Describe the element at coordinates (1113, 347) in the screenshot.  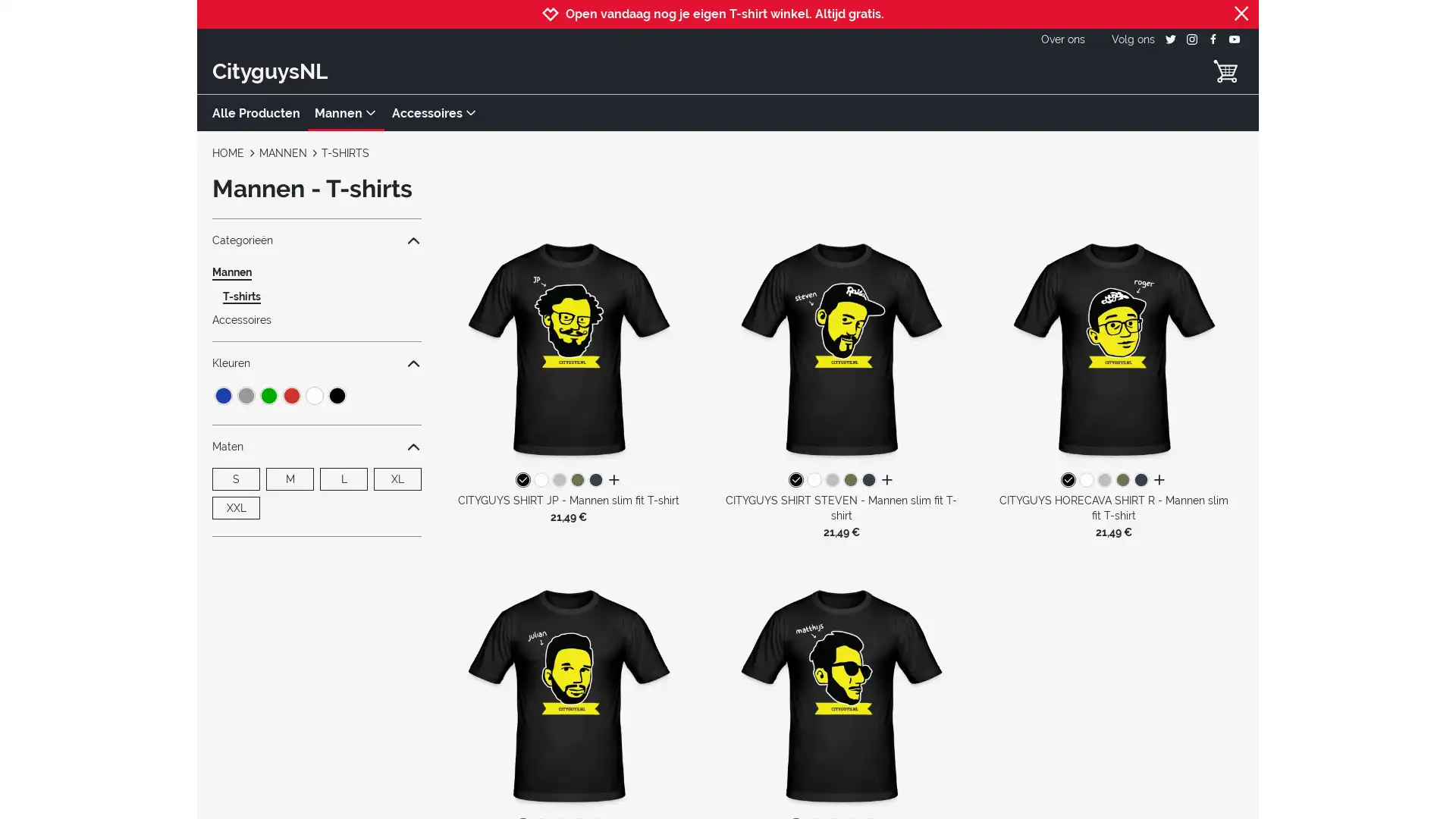
I see `CITYGUYS HORECAVA SHIRT R - Mannen slim fit T-shirt` at that location.